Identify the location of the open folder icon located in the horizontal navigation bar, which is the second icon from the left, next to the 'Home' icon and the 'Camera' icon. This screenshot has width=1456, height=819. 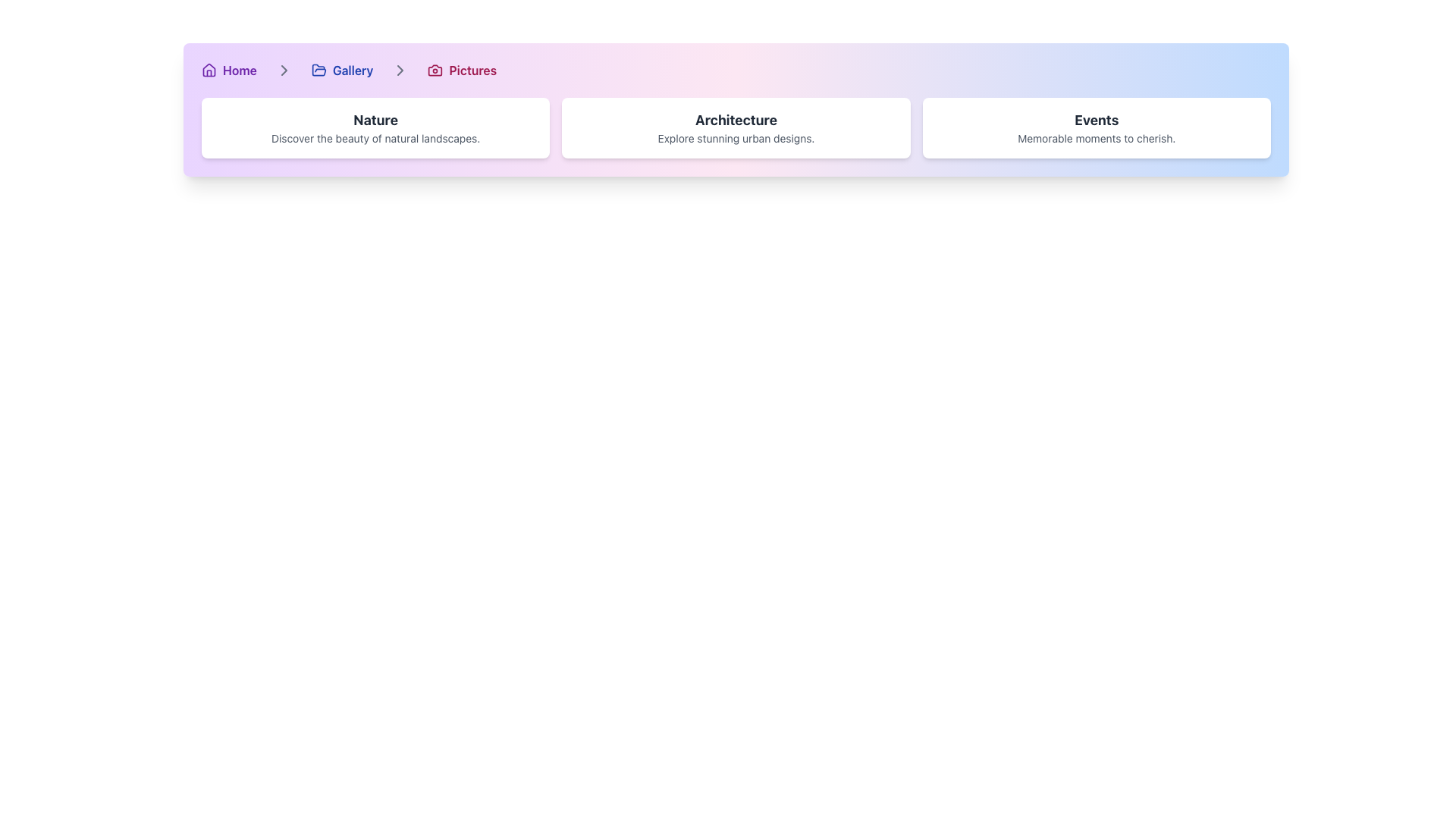
(318, 70).